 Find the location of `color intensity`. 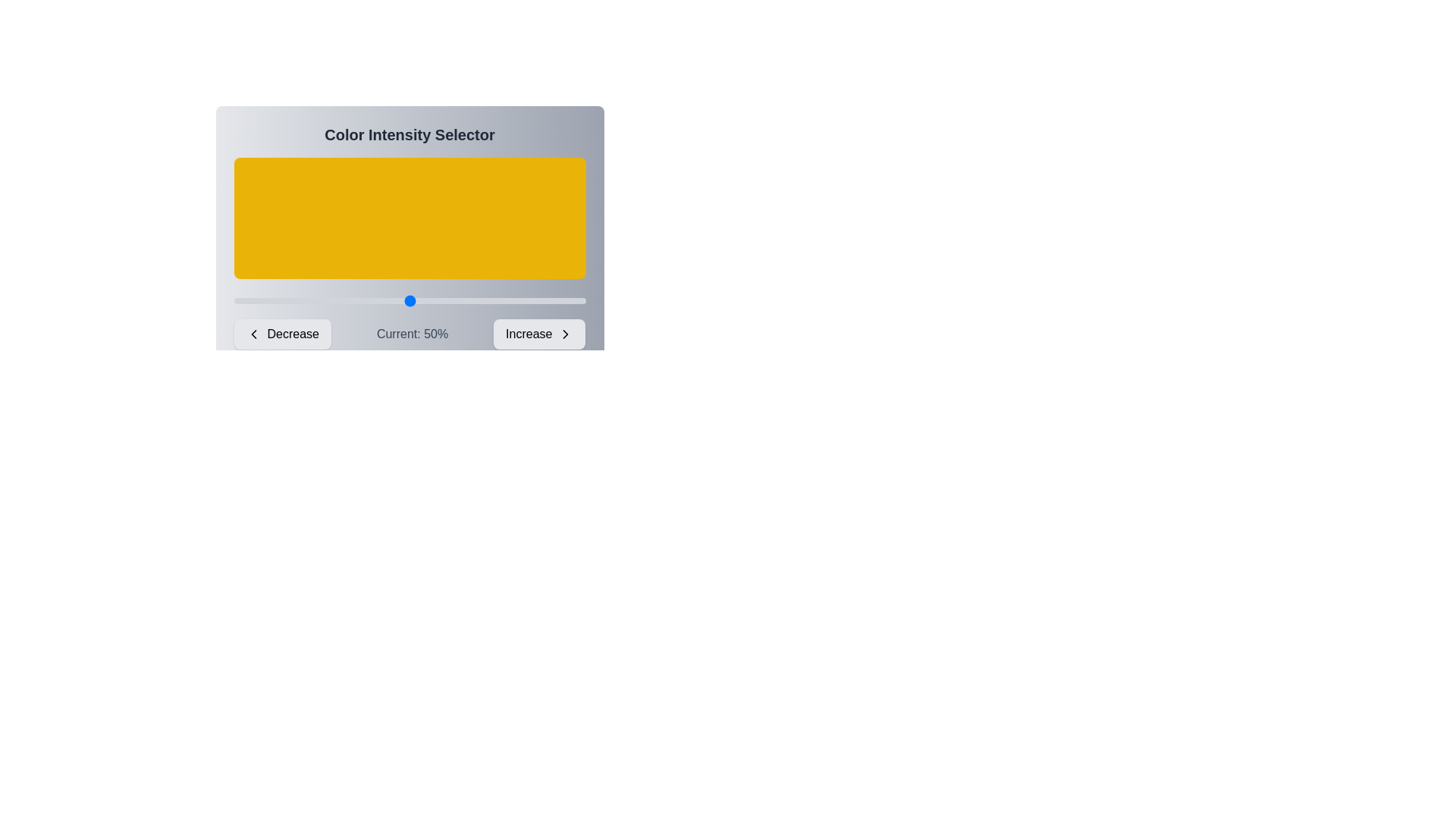

color intensity is located at coordinates (413, 301).